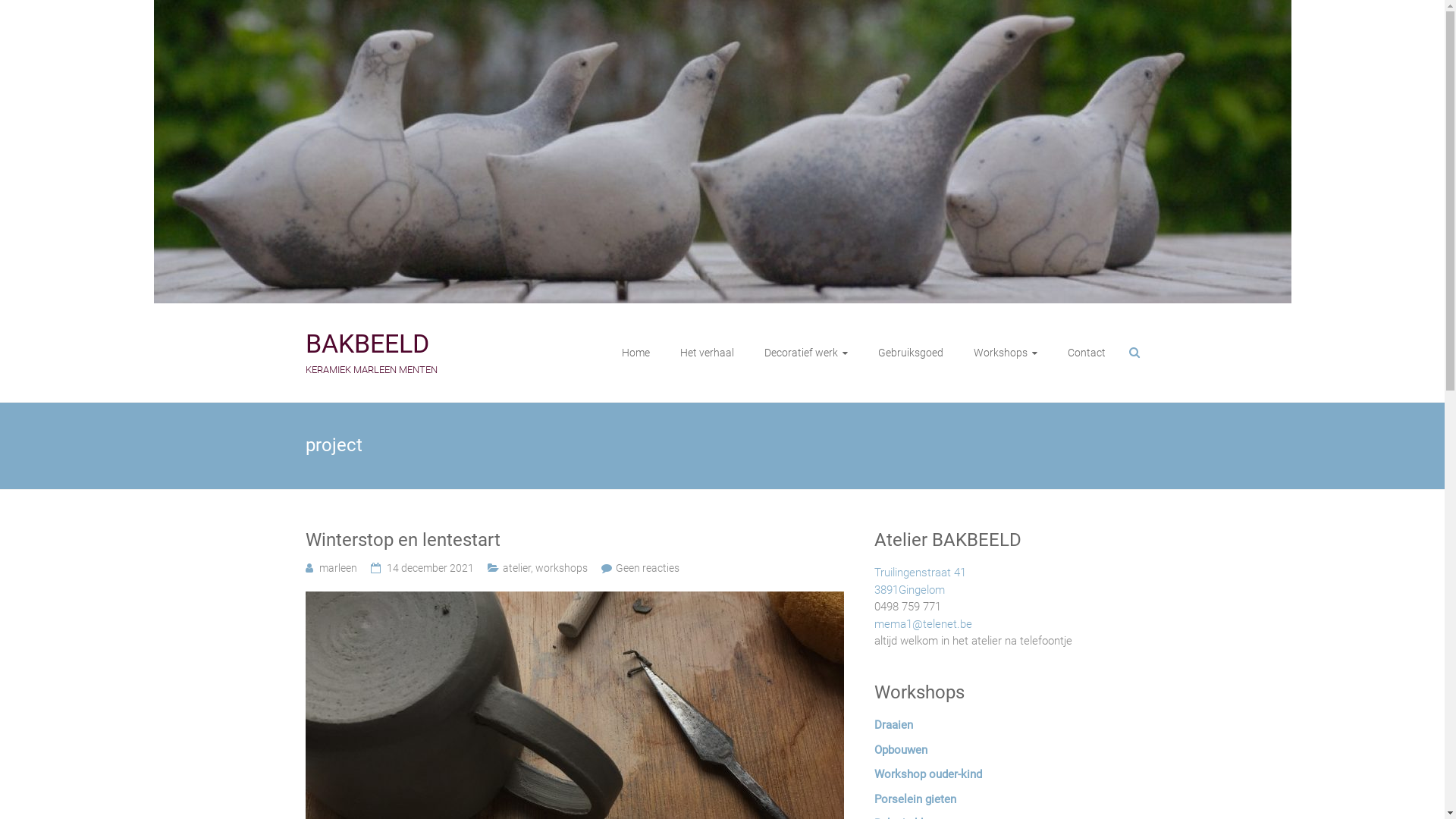 The width and height of the screenshot is (1456, 819). I want to click on 'BAKBEELD', so click(366, 343).